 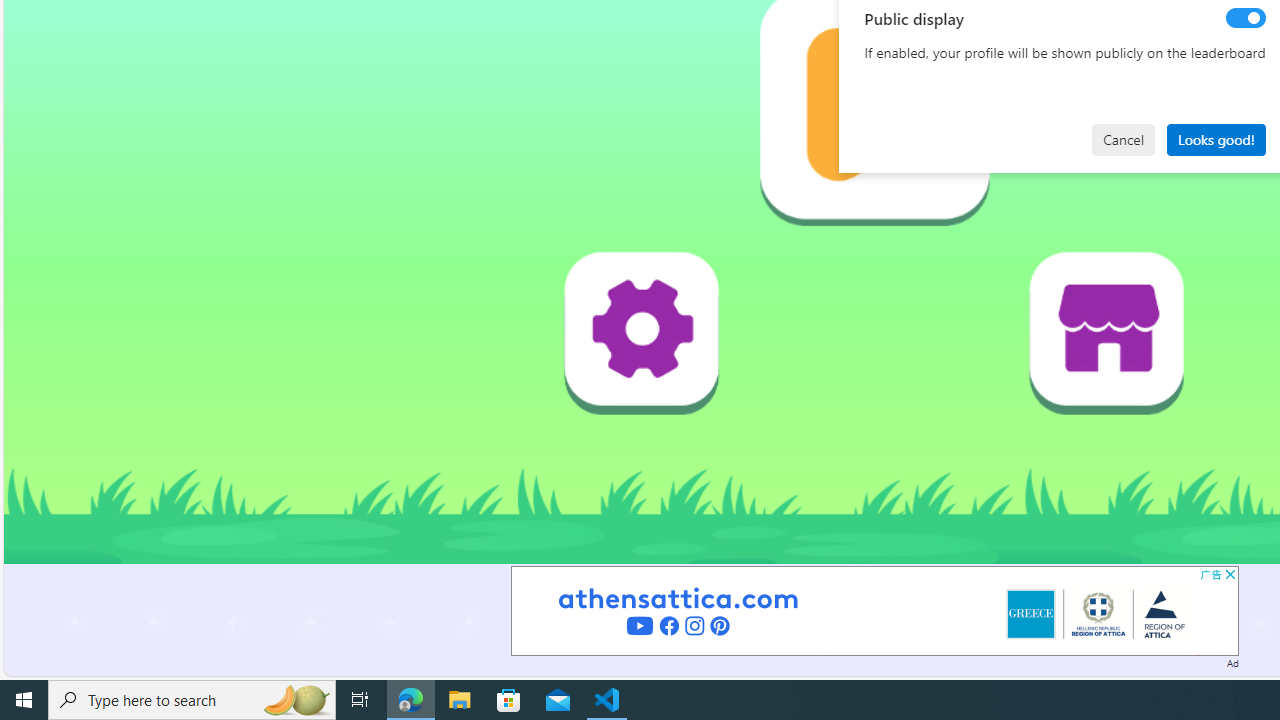 I want to click on 'Looks good!', so click(x=1215, y=138).